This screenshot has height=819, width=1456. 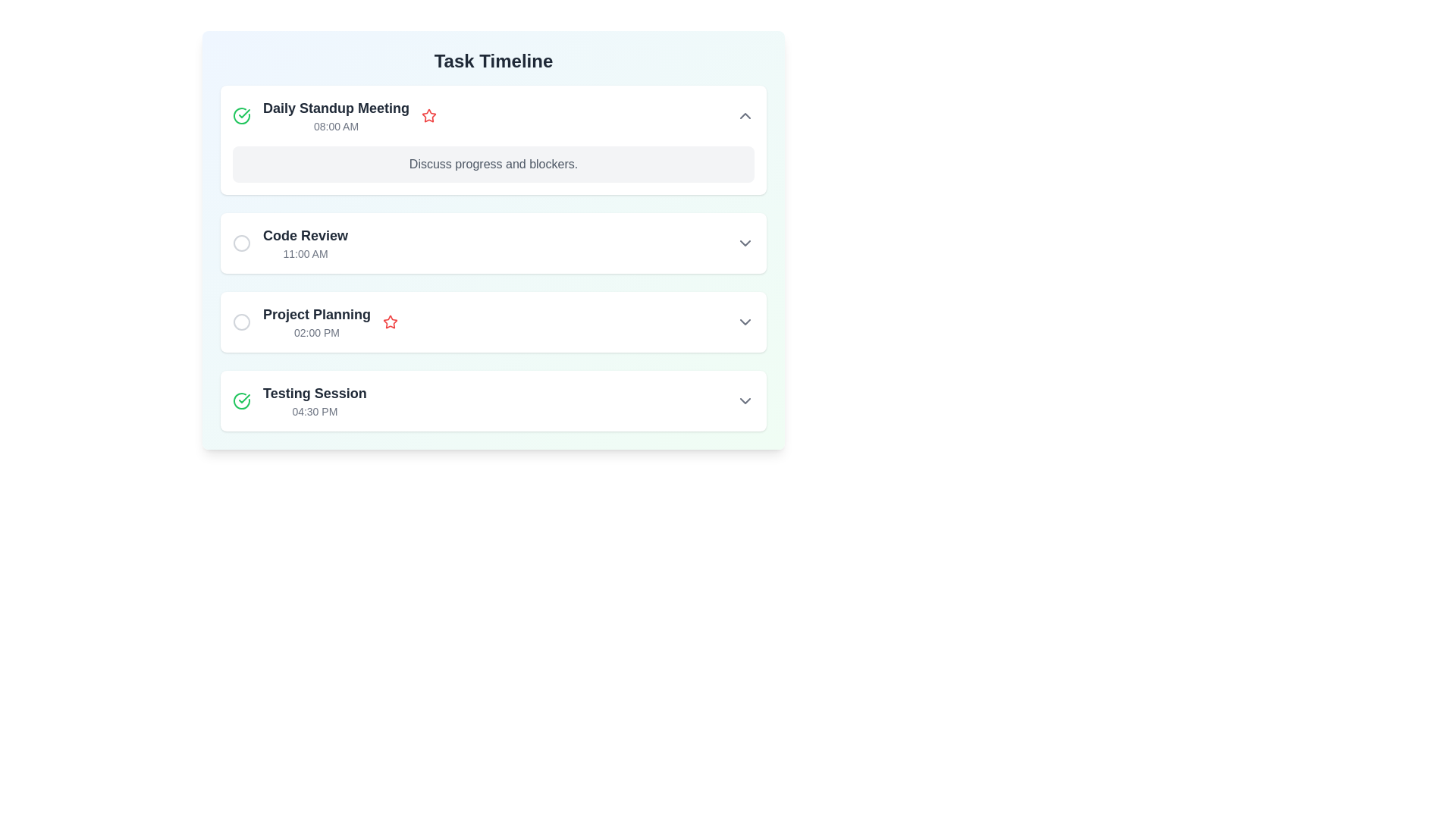 I want to click on the status indicator icon located within the 'Project Planning' task line on the task timeline interface, so click(x=240, y=321).